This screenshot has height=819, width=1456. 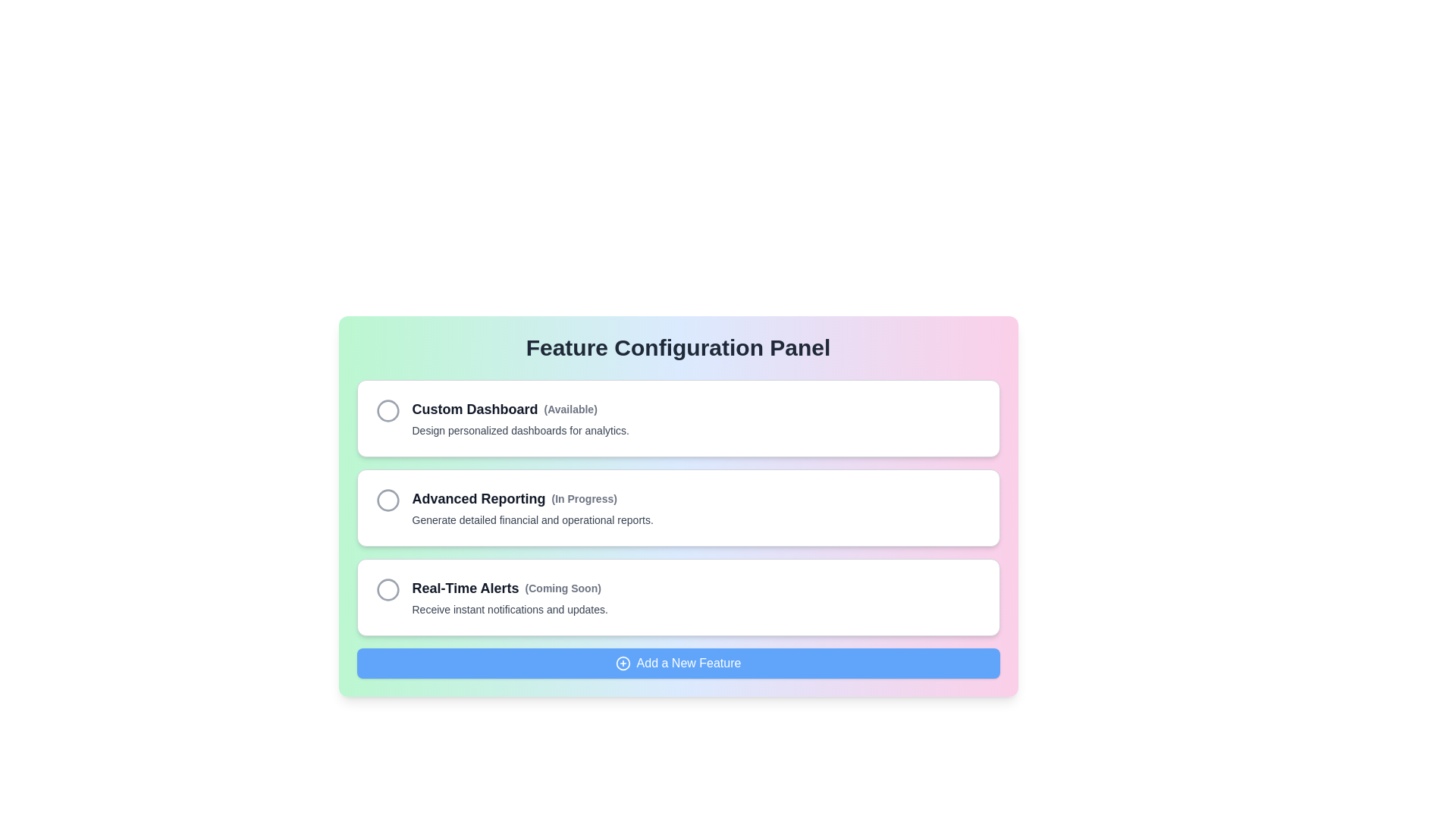 I want to click on the SVG icon representing a circle with a plus inside, so click(x=623, y=663).